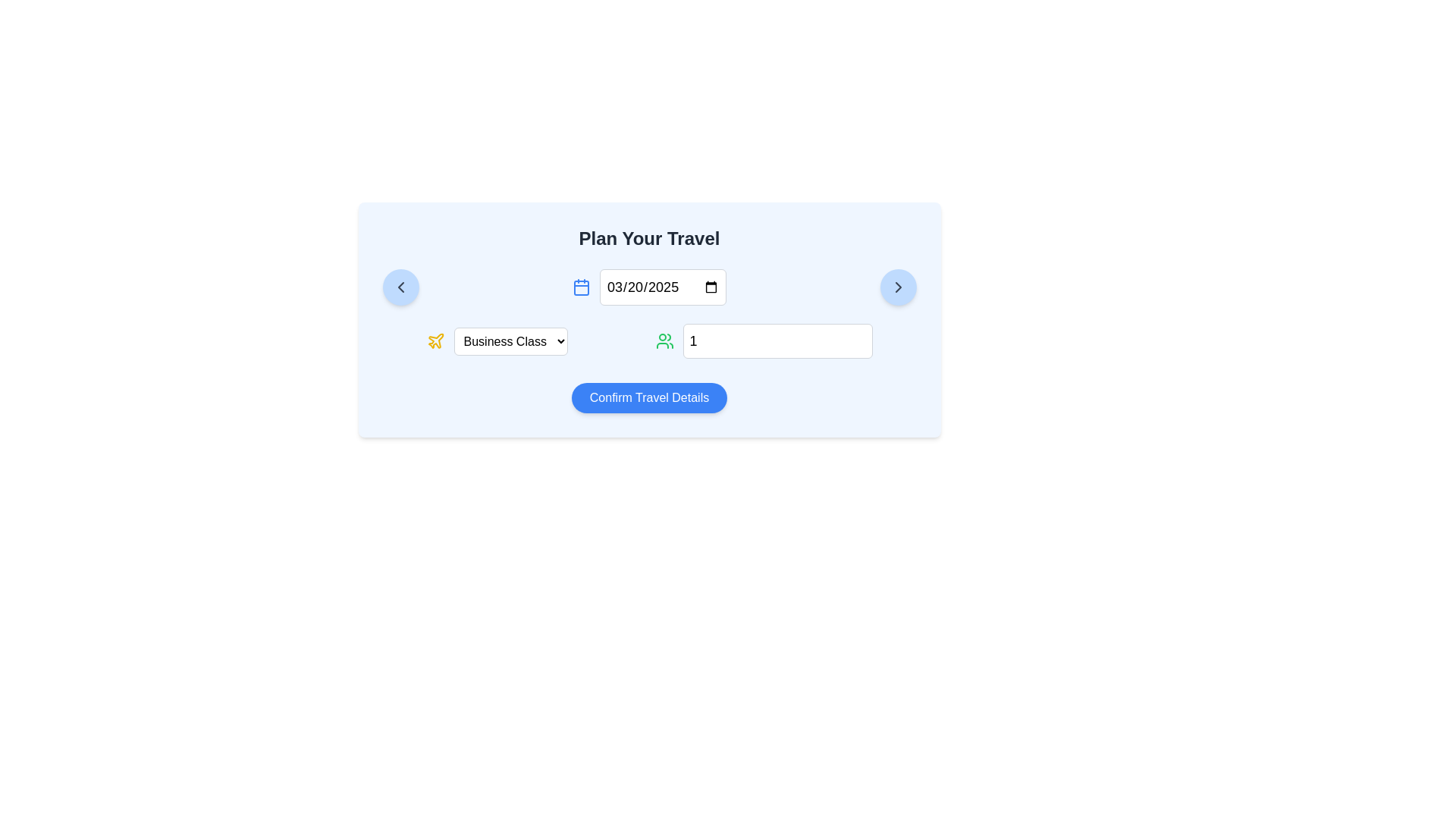  Describe the element at coordinates (898, 287) in the screenshot. I see `the rightward chevron icon, which is a dark arrow contained within a blue circular button` at that location.